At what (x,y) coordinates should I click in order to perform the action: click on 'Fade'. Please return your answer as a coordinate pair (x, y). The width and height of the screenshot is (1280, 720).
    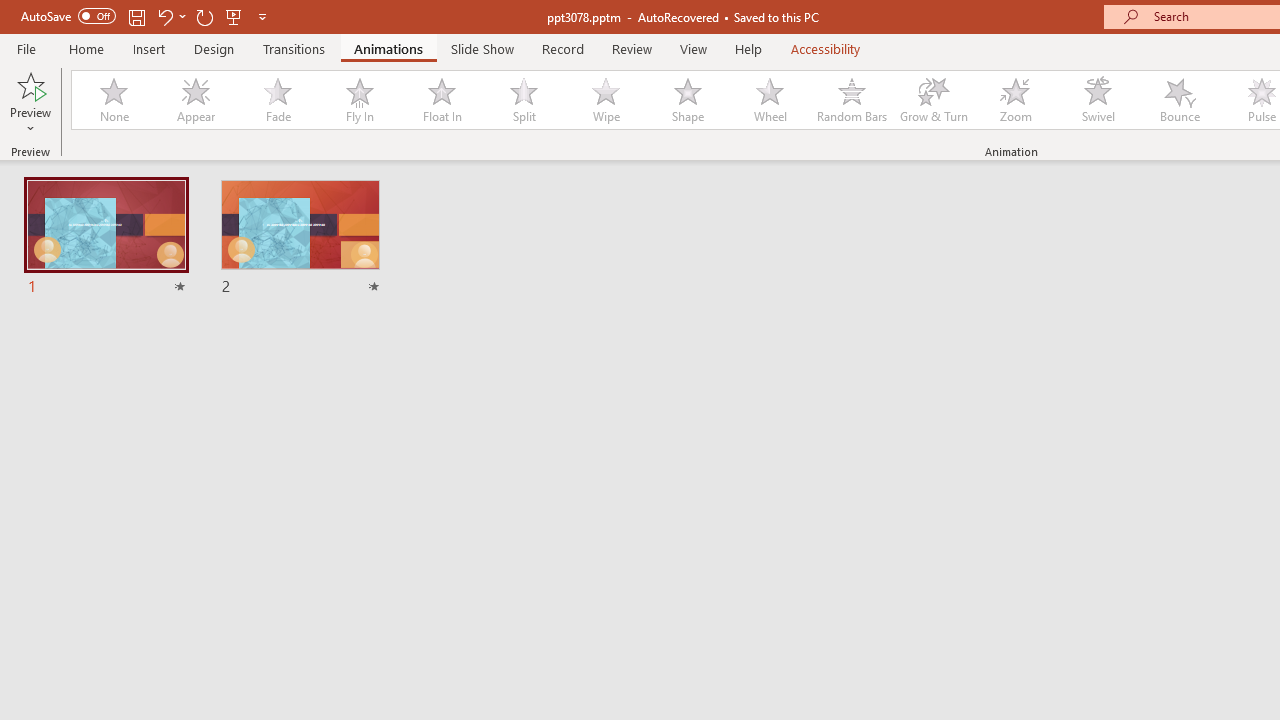
    Looking at the image, I should click on (276, 100).